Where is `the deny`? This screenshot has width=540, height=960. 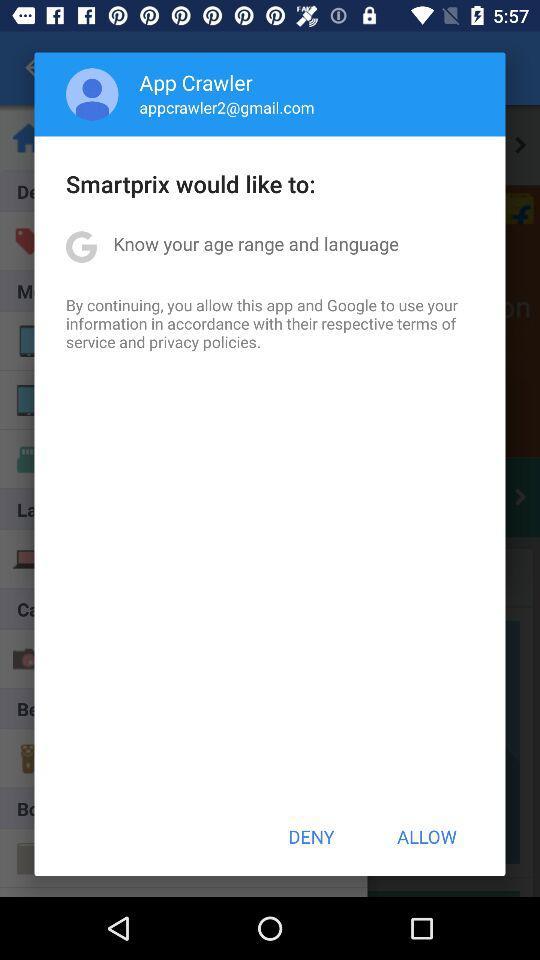 the deny is located at coordinates (311, 836).